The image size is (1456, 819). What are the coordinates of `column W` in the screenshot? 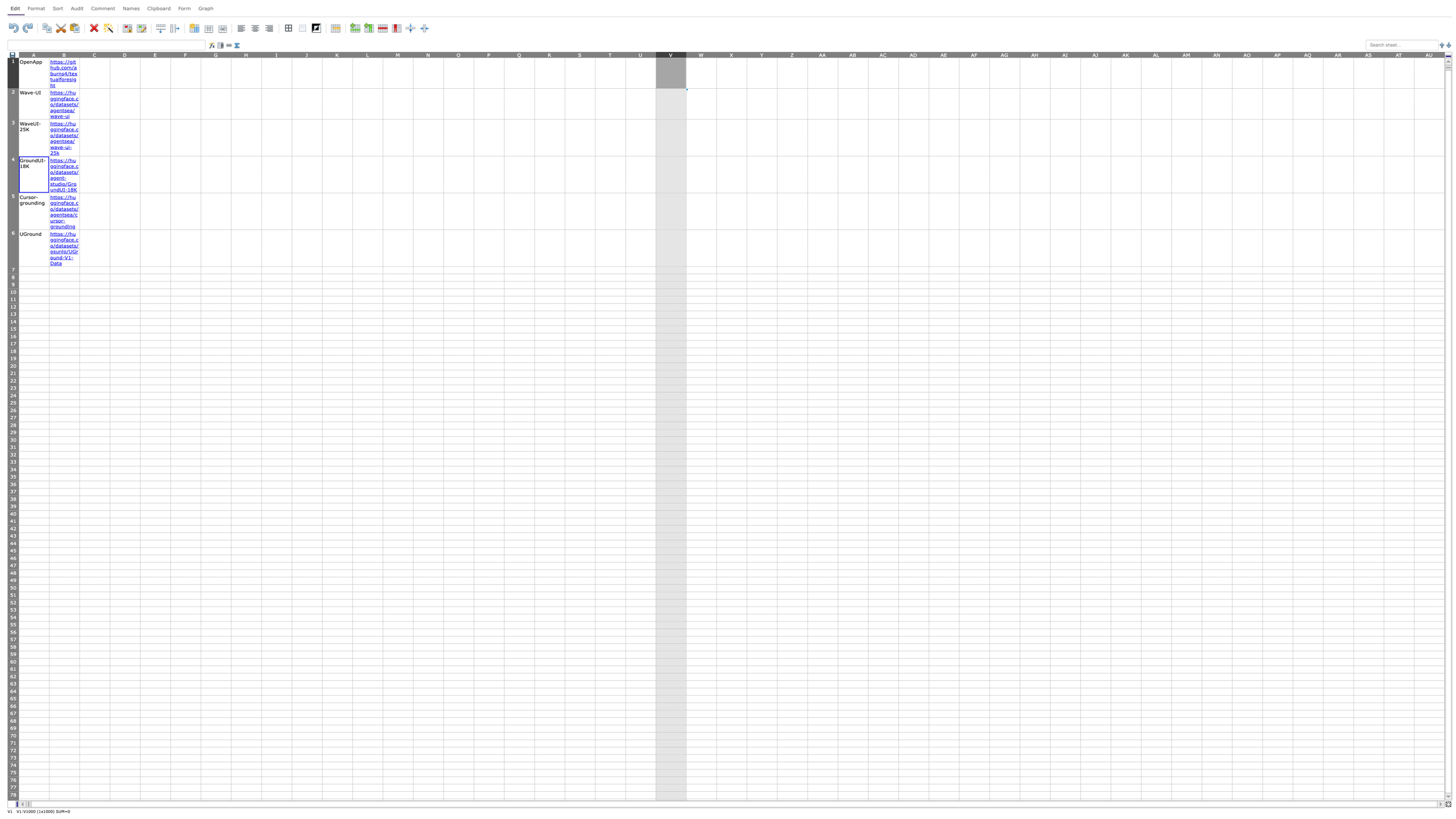 It's located at (701, 54).